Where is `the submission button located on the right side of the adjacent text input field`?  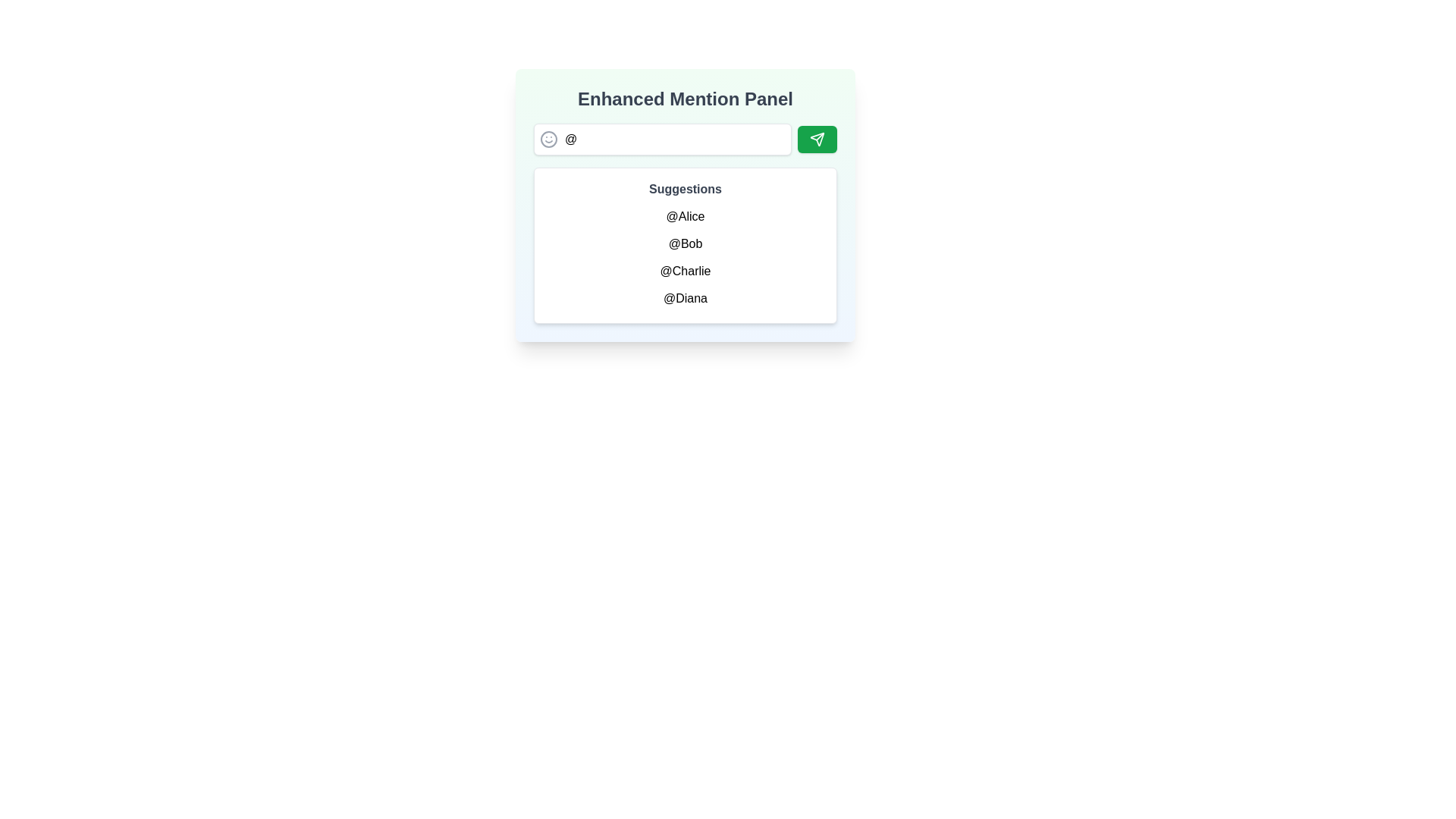 the submission button located on the right side of the adjacent text input field is located at coordinates (817, 140).